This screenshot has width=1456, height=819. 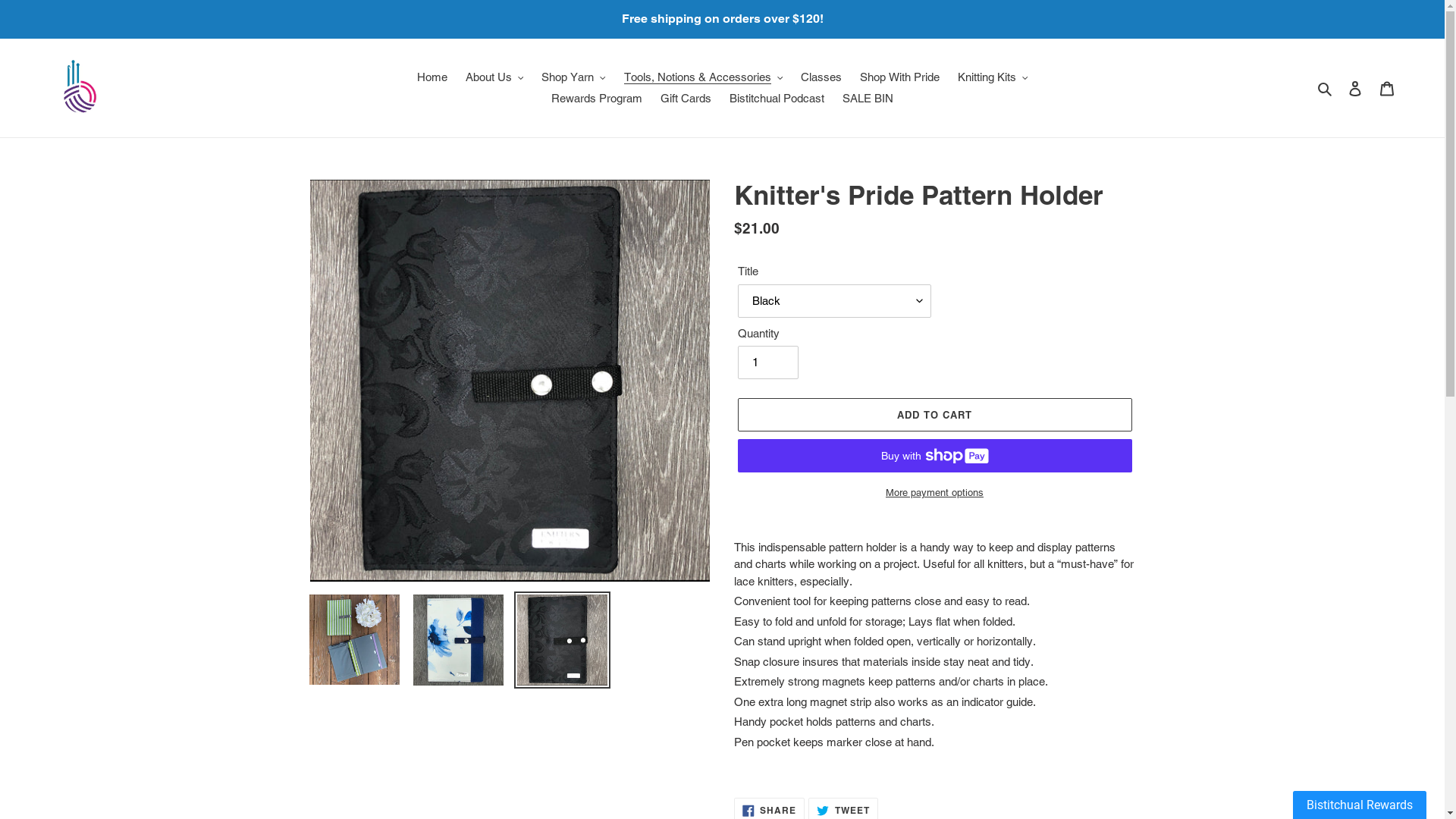 I want to click on 'Home', so click(x=409, y=77).